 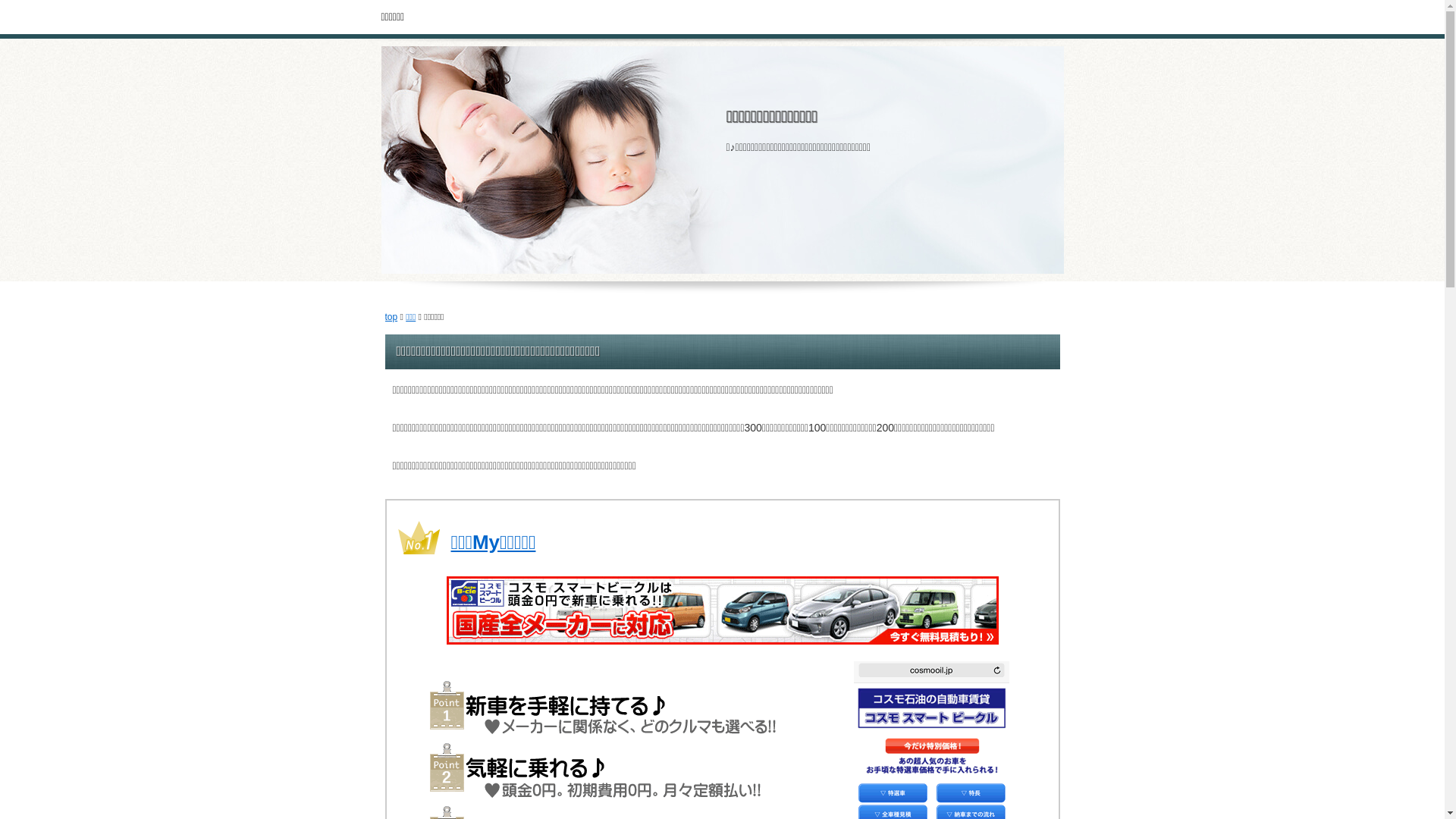 What do you see at coordinates (391, 315) in the screenshot?
I see `'top'` at bounding box center [391, 315].